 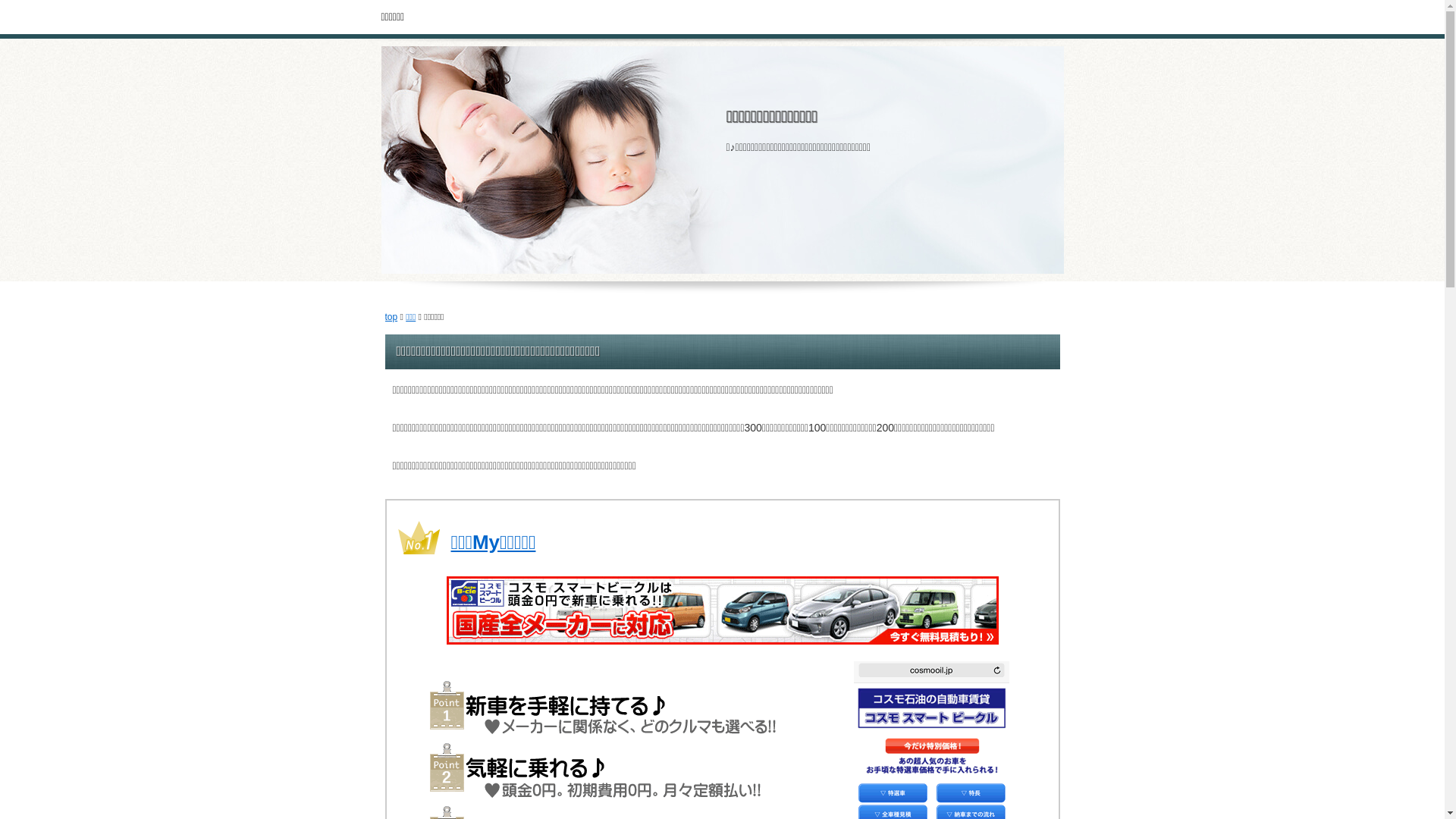 What do you see at coordinates (391, 315) in the screenshot?
I see `'top'` at bounding box center [391, 315].